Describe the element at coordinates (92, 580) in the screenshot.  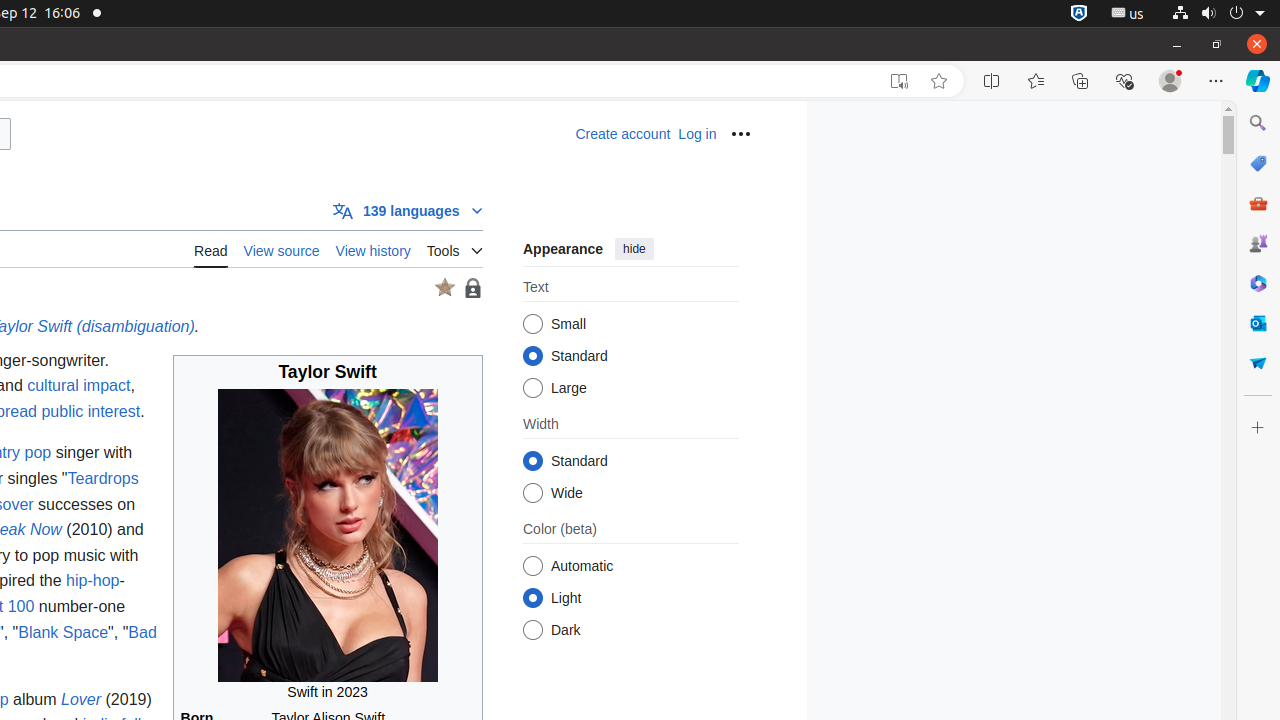
I see `'hip-hop'` at that location.